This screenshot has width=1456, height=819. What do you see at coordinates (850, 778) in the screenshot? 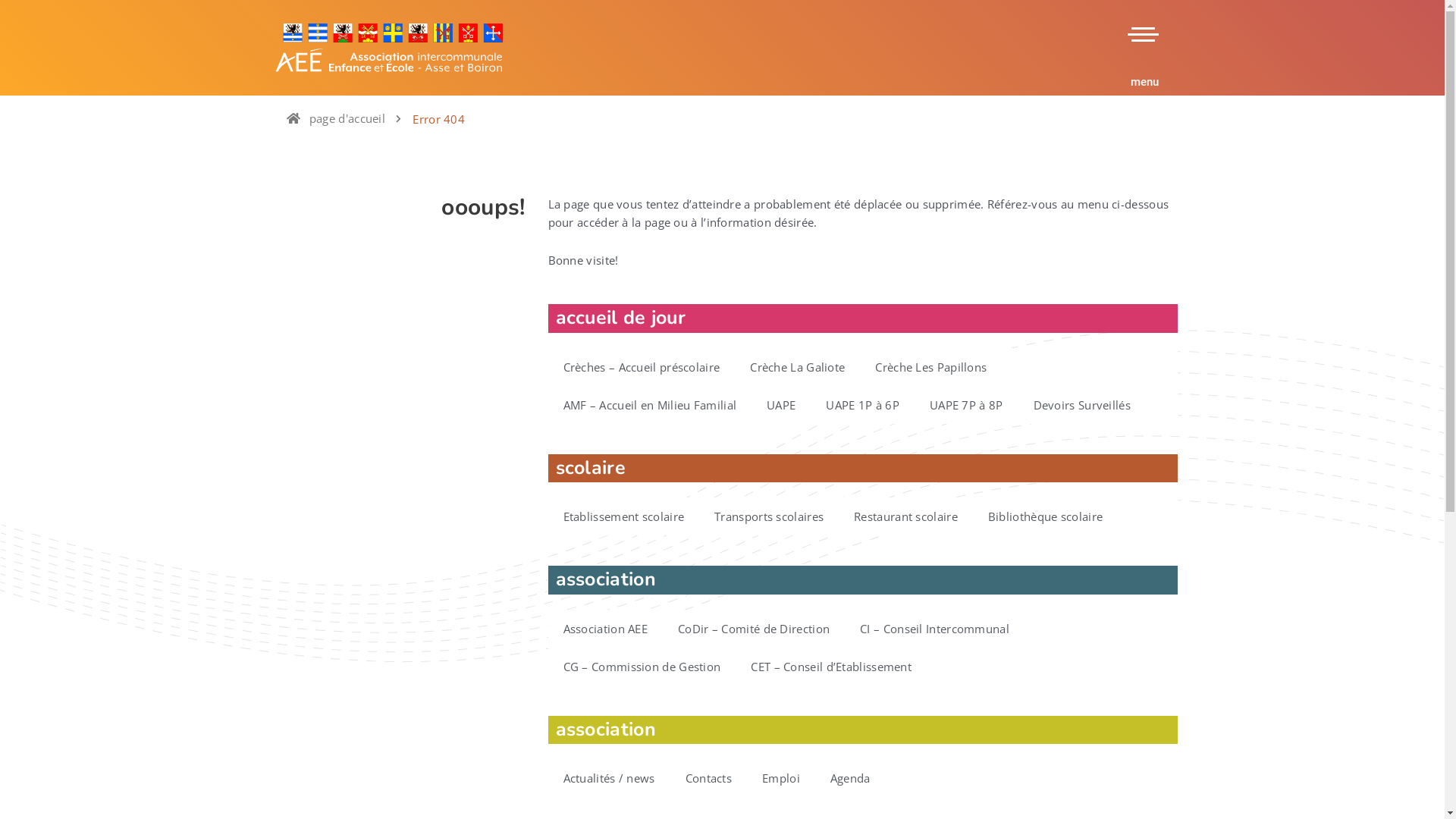
I see `'Agenda'` at bounding box center [850, 778].